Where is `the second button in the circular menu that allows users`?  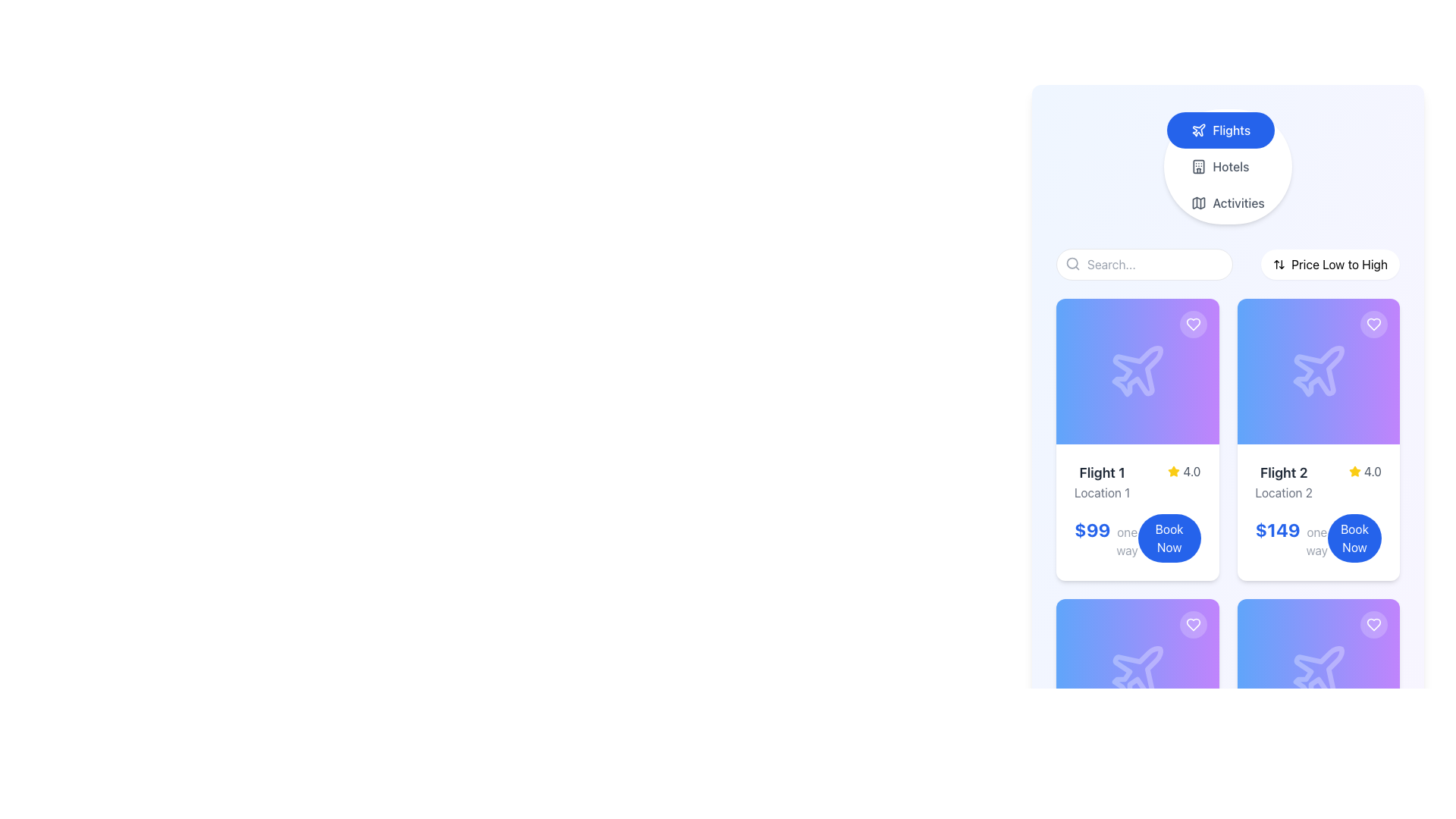
the second button in the circular menu that allows users is located at coordinates (1228, 166).